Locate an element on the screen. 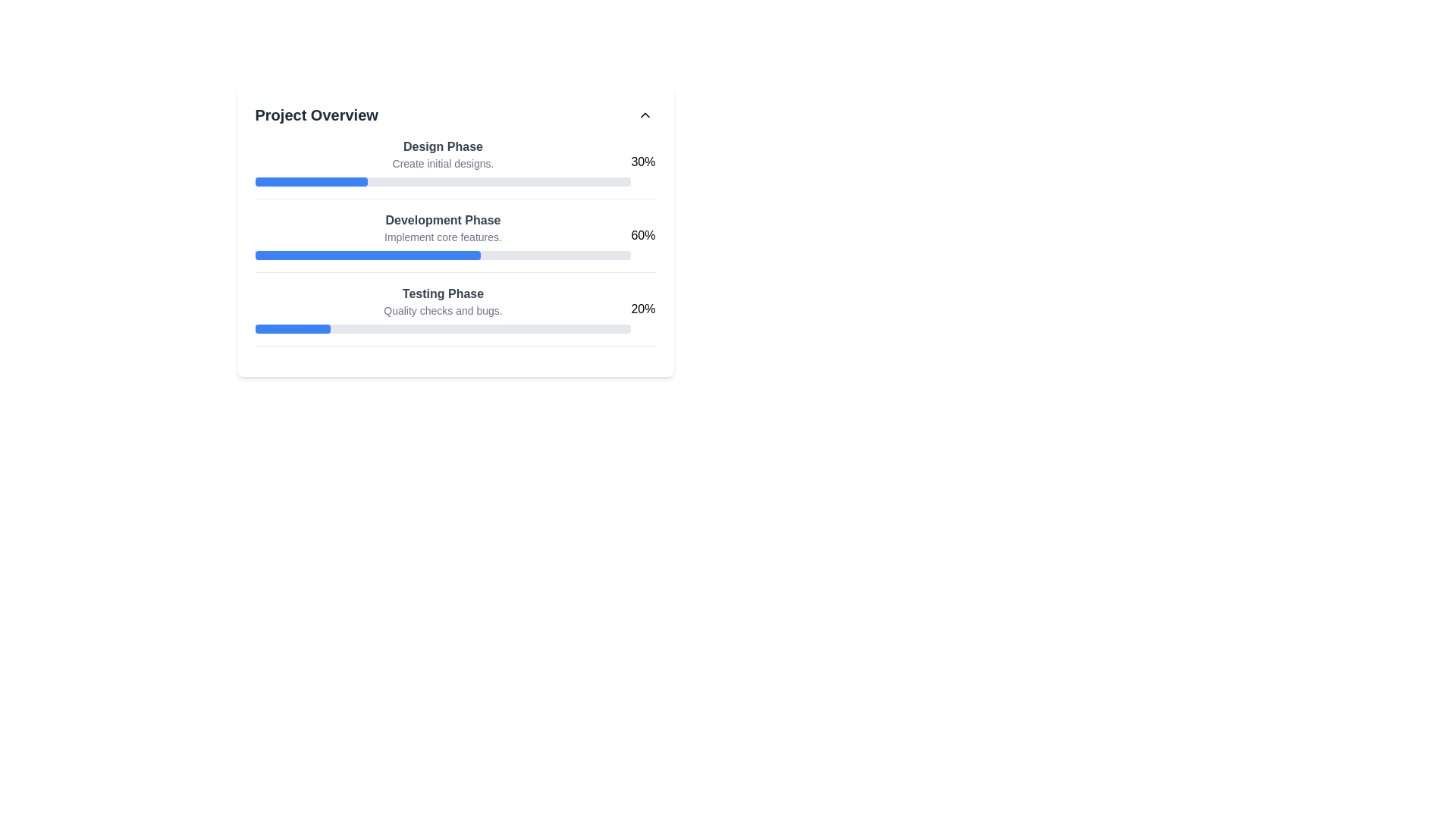 This screenshot has height=819, width=1456. the Progress bar list element is located at coordinates (454, 241).